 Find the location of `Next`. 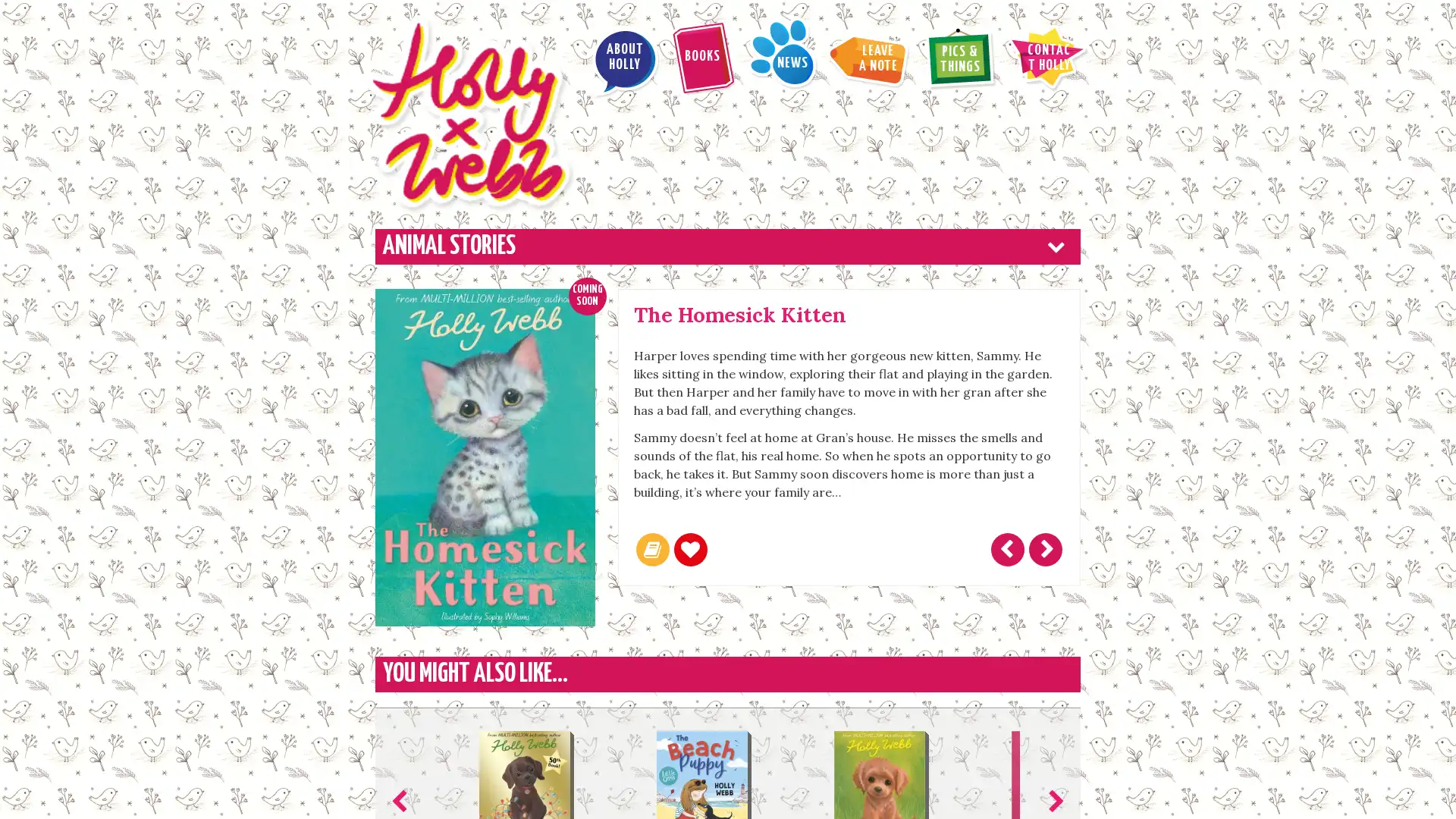

Next is located at coordinates (1052, 687).